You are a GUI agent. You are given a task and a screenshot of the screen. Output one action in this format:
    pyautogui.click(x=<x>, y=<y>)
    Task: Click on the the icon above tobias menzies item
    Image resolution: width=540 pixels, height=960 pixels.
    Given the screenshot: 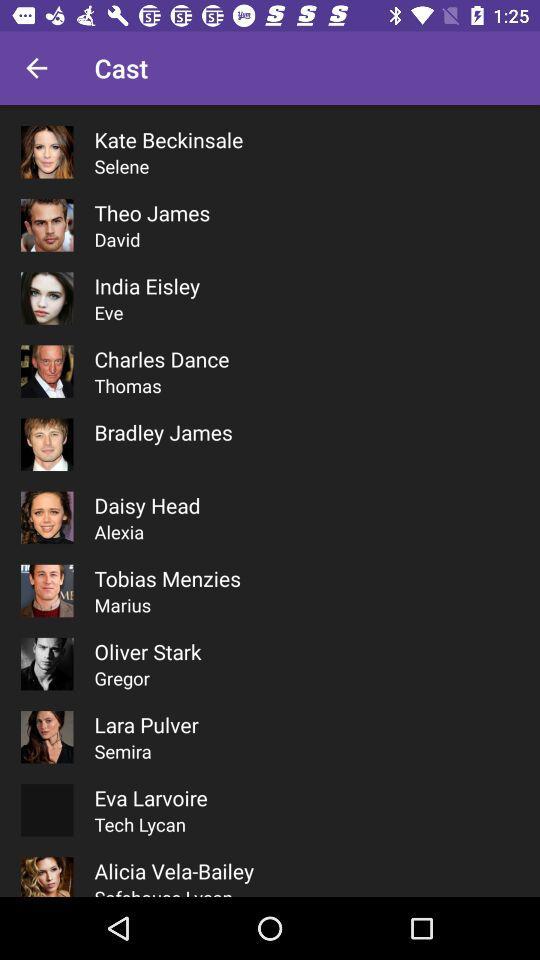 What is the action you would take?
    pyautogui.click(x=119, y=531)
    